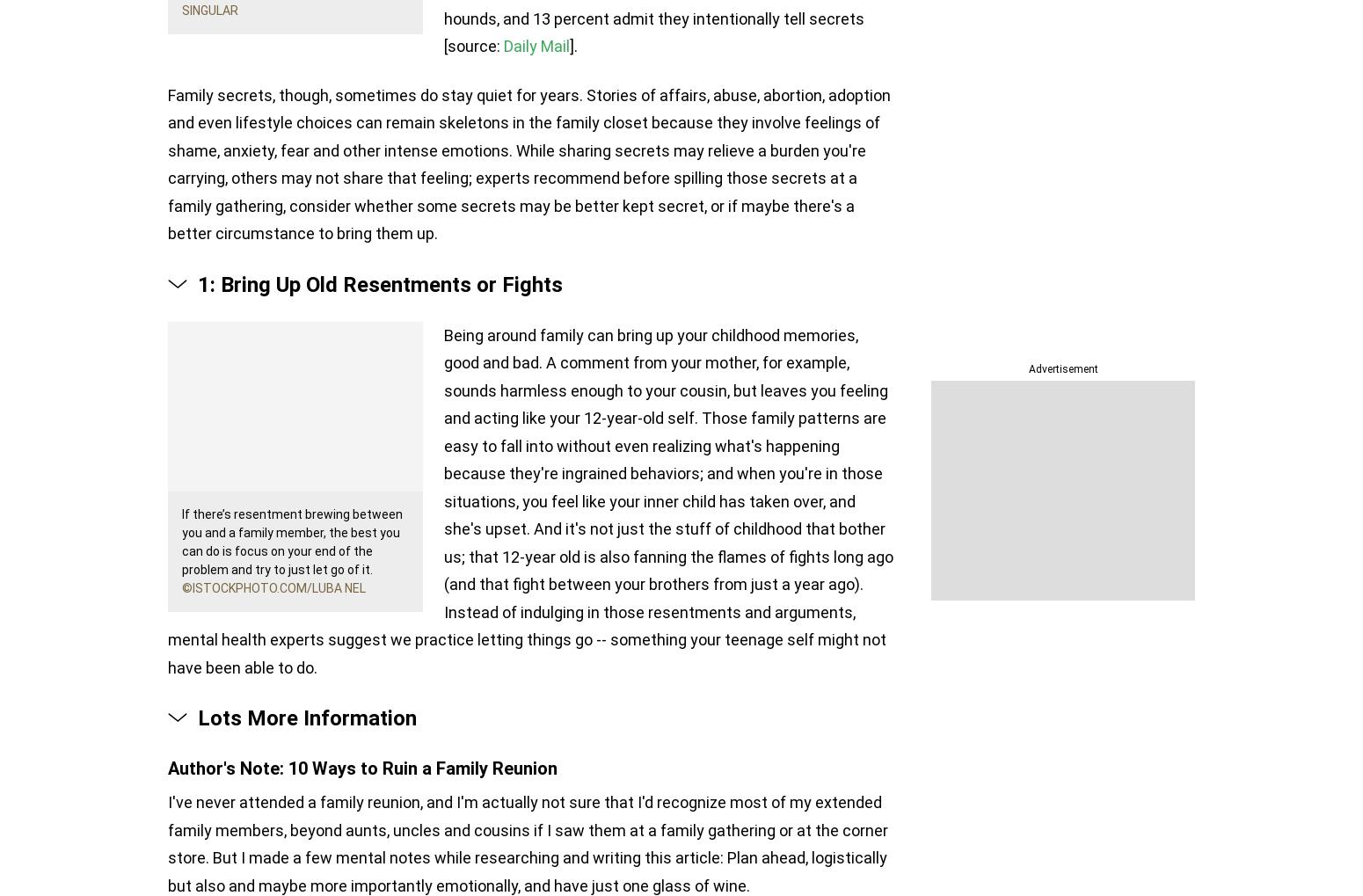  Describe the element at coordinates (528, 842) in the screenshot. I see `'I've never attended a family reunion, and I'm actually not sure that I'd recognize most of my extended family members, beyond aunts, uncles and cousins if I saw them at a family gathering or at the corner store. But I made a few mental notes while researching and writing this article: Plan ahead, logistically but also and maybe more importantly emotionally, and have just one glass of wine.'` at that location.